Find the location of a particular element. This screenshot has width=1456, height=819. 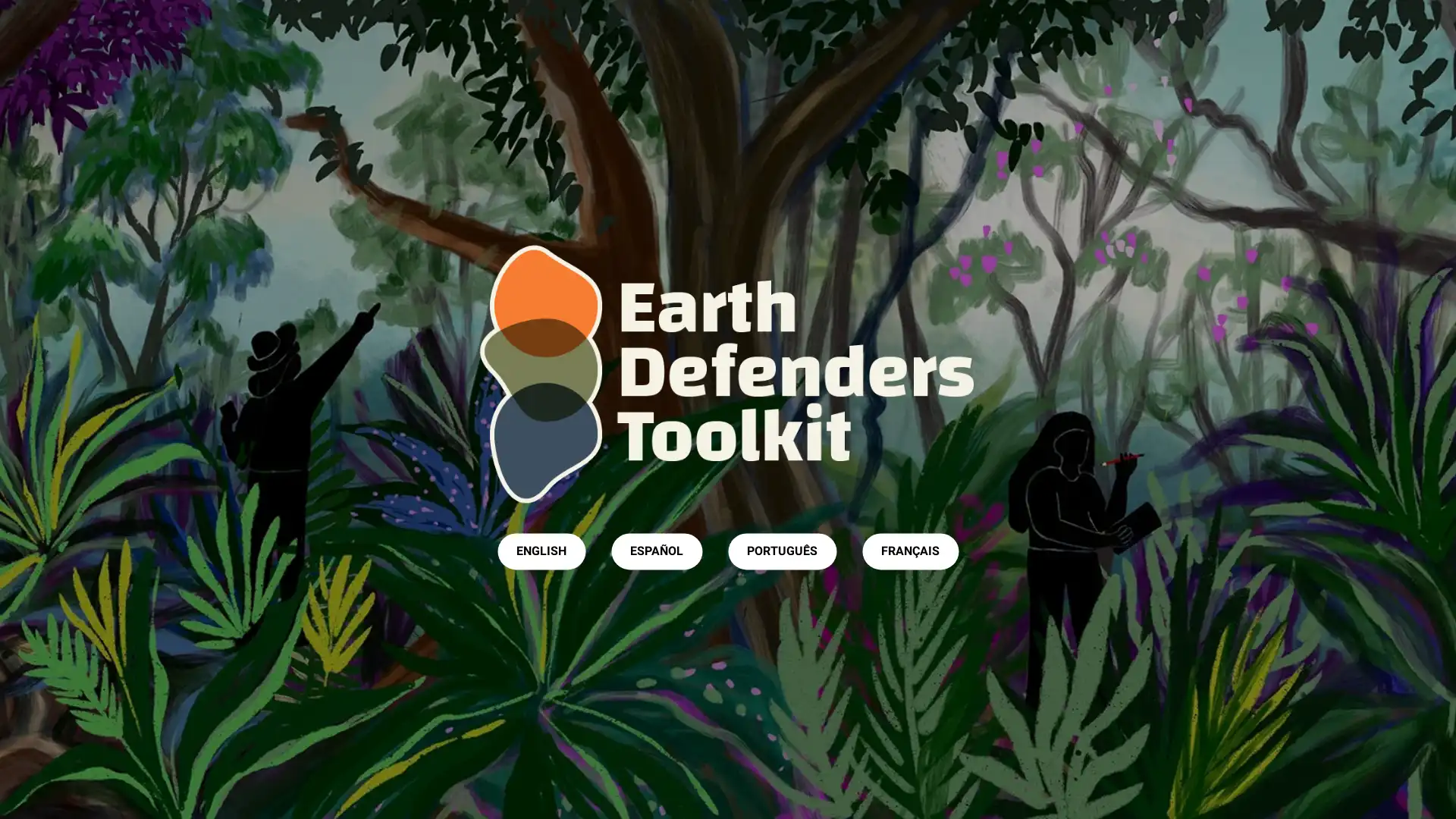

ENGLISH is located at coordinates (541, 551).